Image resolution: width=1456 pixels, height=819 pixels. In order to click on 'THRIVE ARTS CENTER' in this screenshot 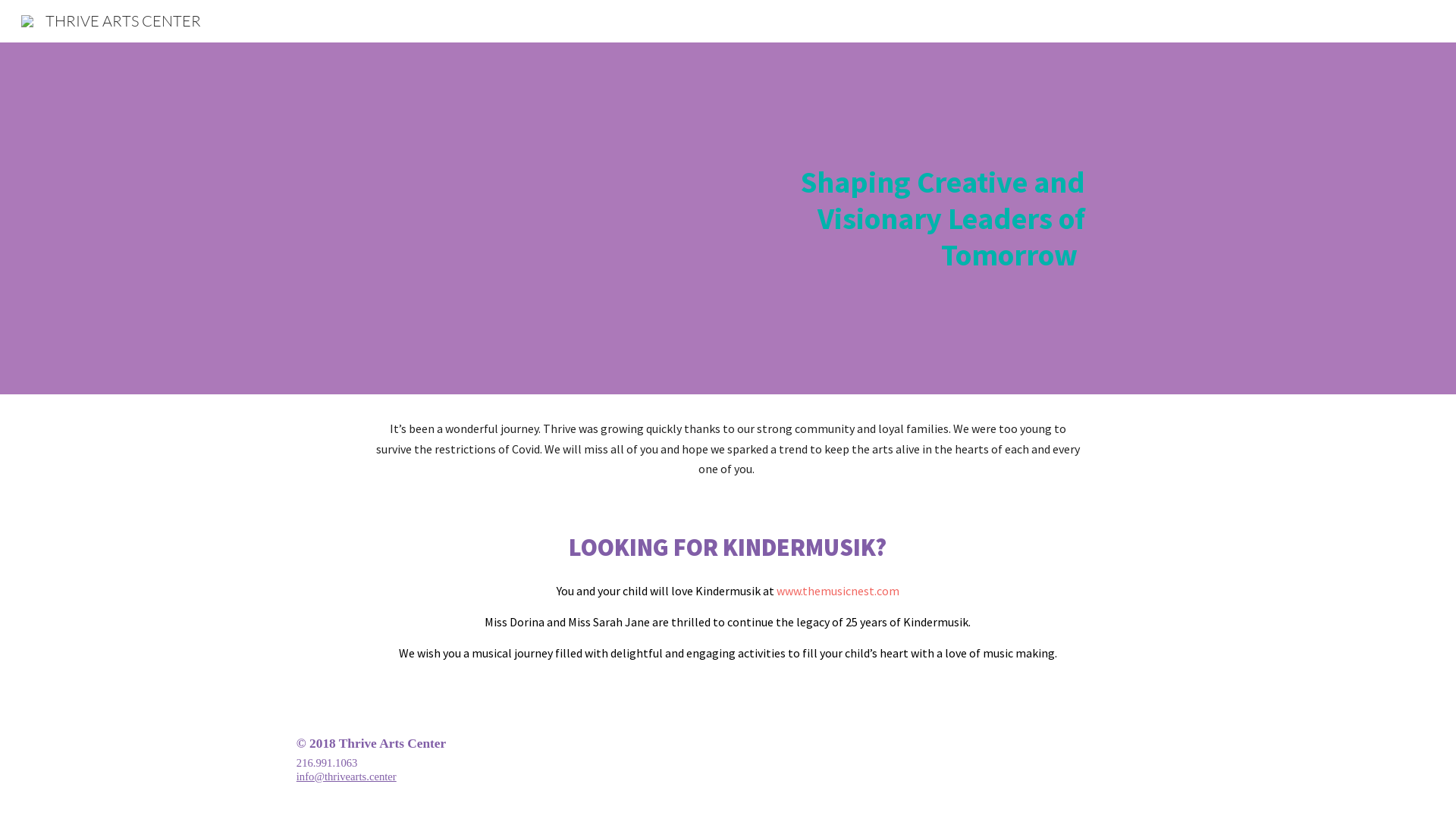, I will do `click(11, 19)`.